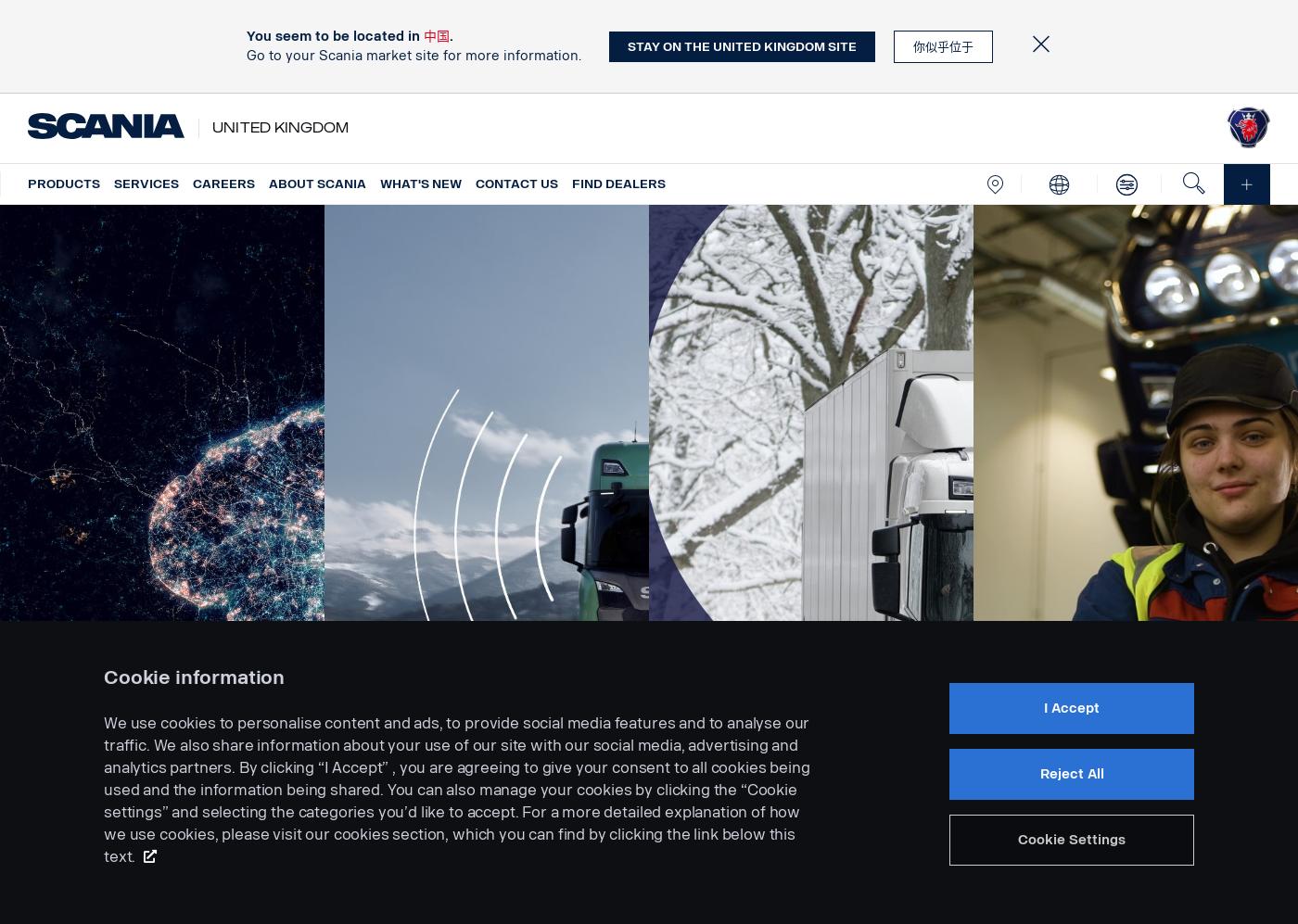 Image resolution: width=1298 pixels, height=924 pixels. What do you see at coordinates (268, 184) in the screenshot?
I see `'About Scania'` at bounding box center [268, 184].